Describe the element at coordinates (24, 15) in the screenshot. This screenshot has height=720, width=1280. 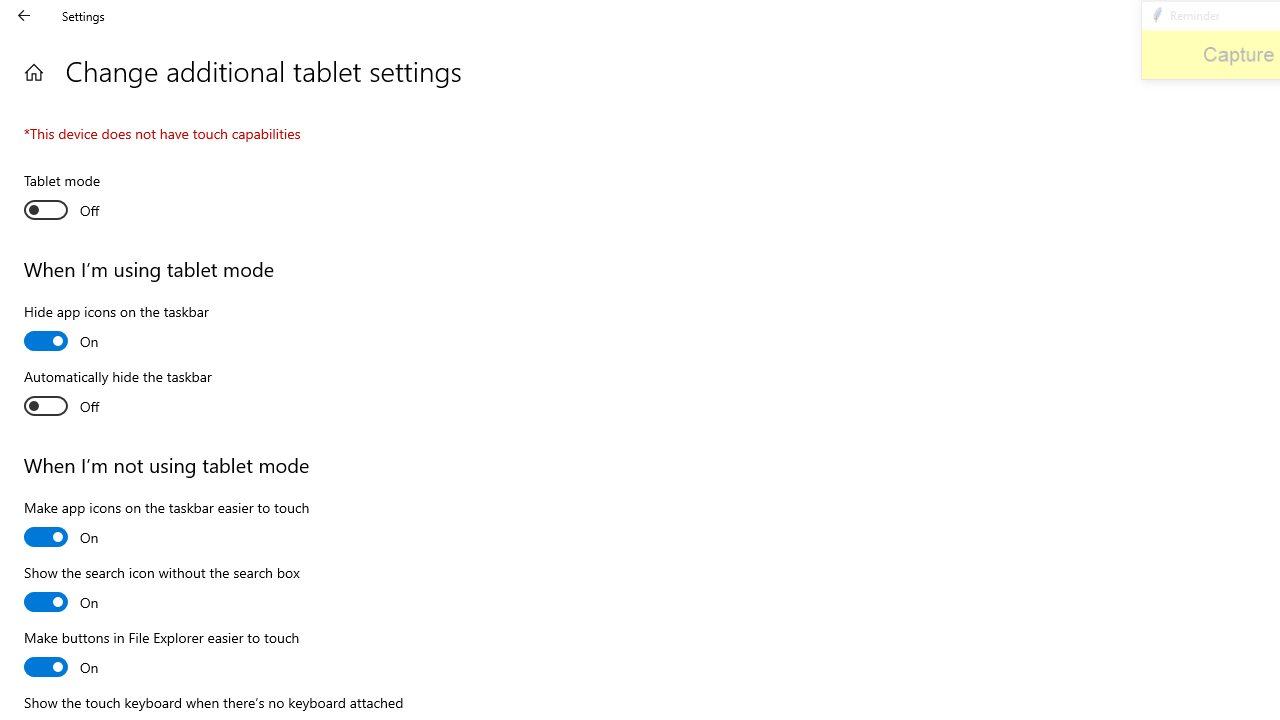
I see `'Back'` at that location.